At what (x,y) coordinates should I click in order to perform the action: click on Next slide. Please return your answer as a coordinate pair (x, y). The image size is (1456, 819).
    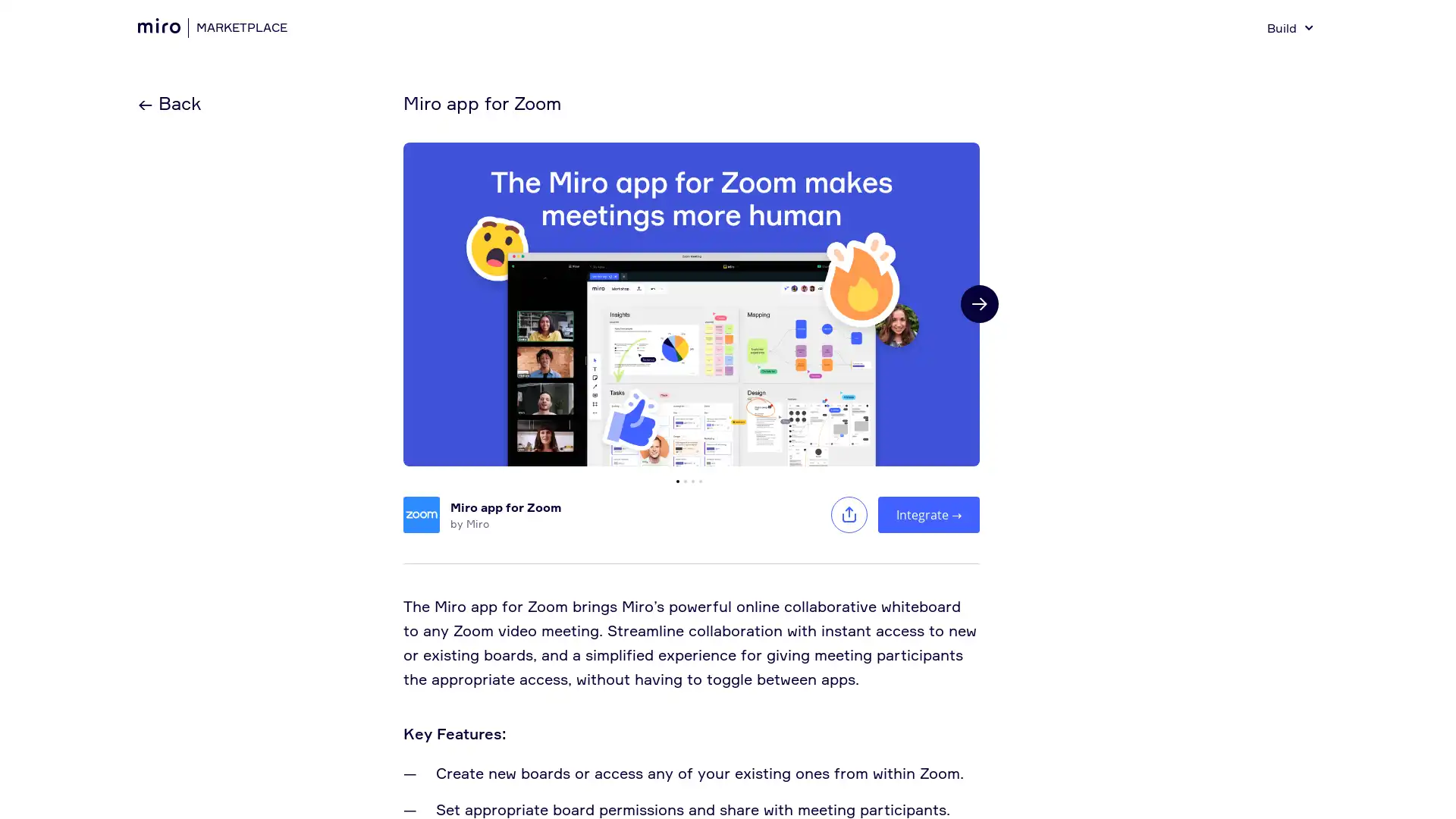
    Looking at the image, I should click on (979, 304).